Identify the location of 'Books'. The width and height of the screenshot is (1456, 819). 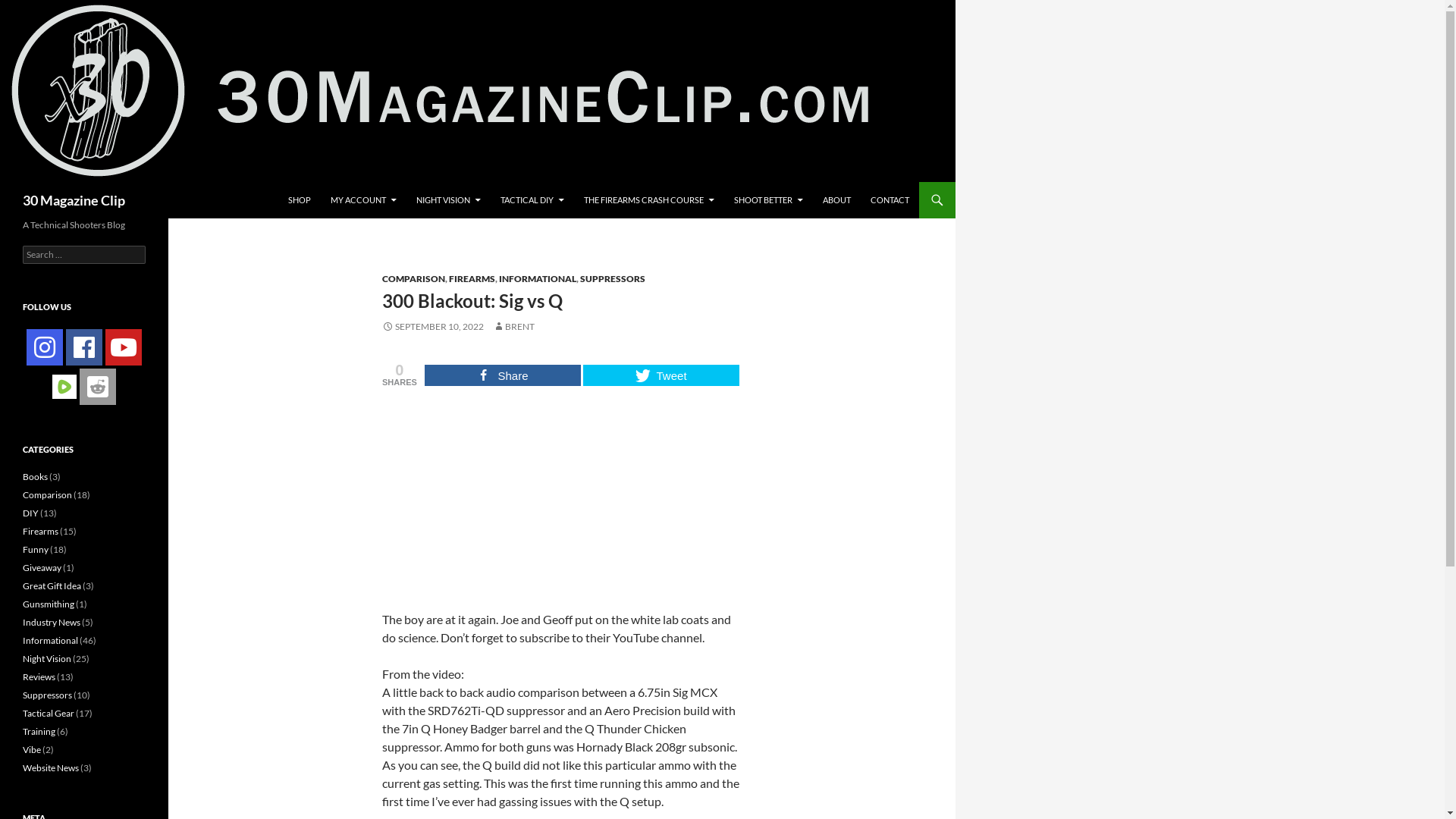
(35, 475).